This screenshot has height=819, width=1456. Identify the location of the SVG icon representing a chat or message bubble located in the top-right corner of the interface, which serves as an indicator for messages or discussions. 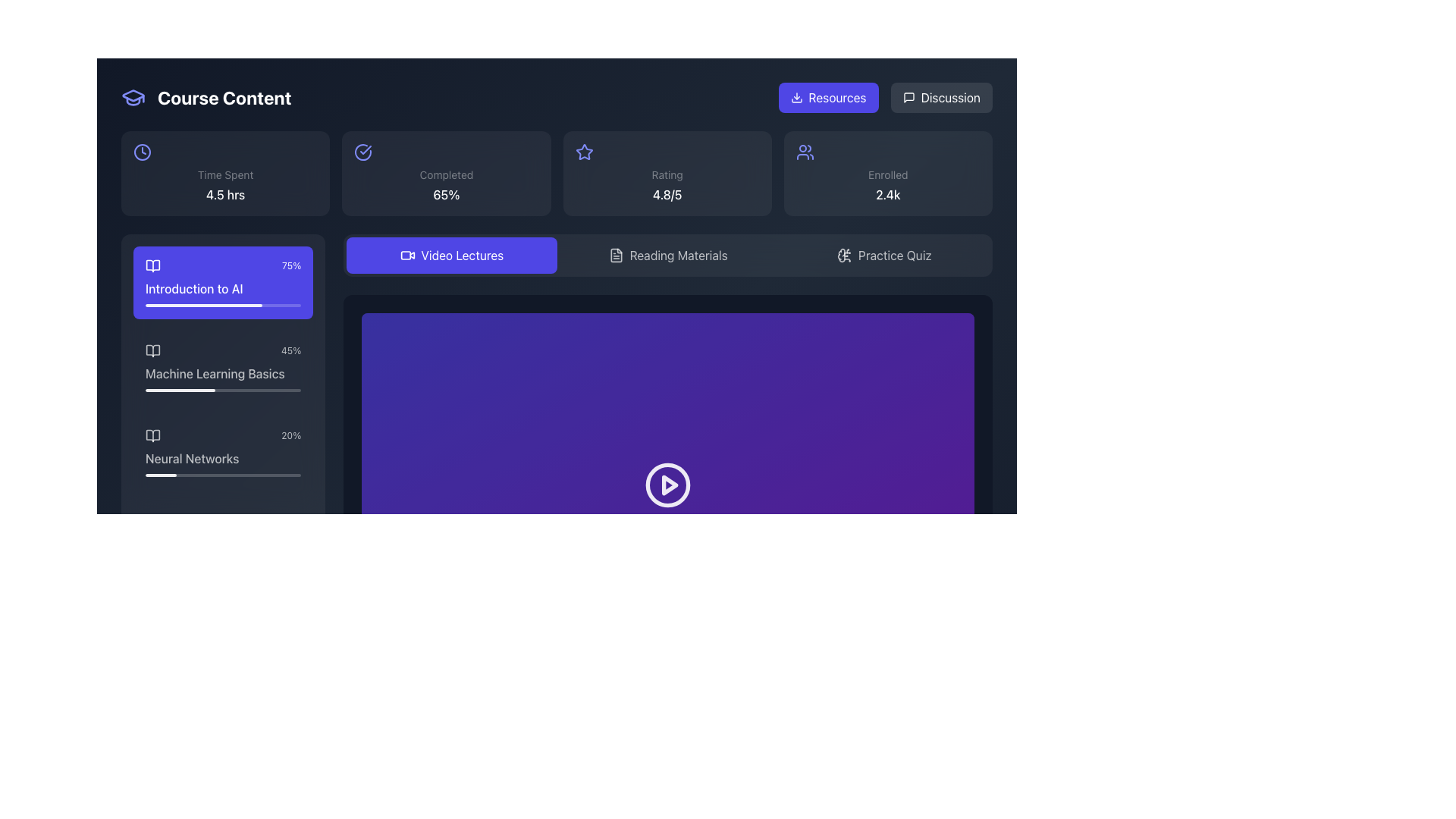
(908, 97).